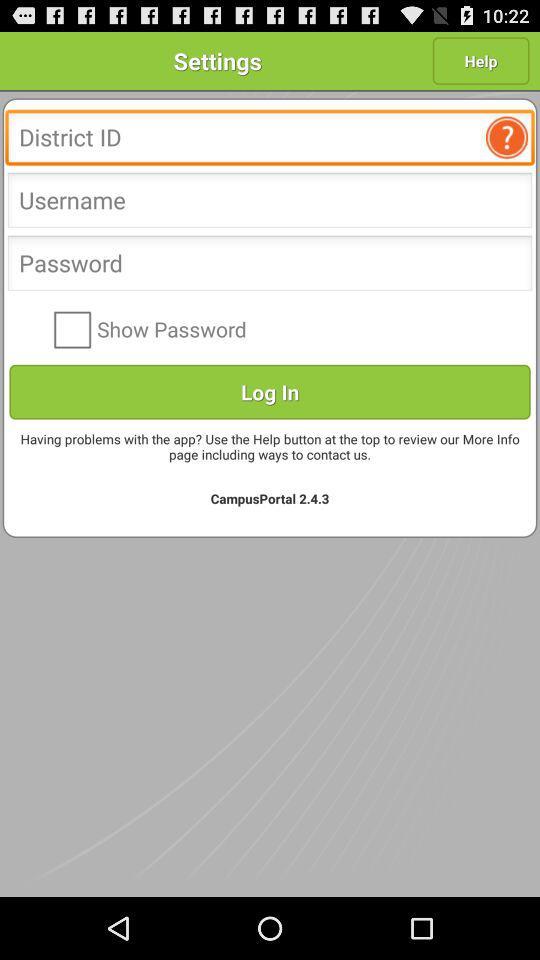 Image resolution: width=540 pixels, height=960 pixels. Describe the element at coordinates (270, 497) in the screenshot. I see `campusportal 2 4` at that location.